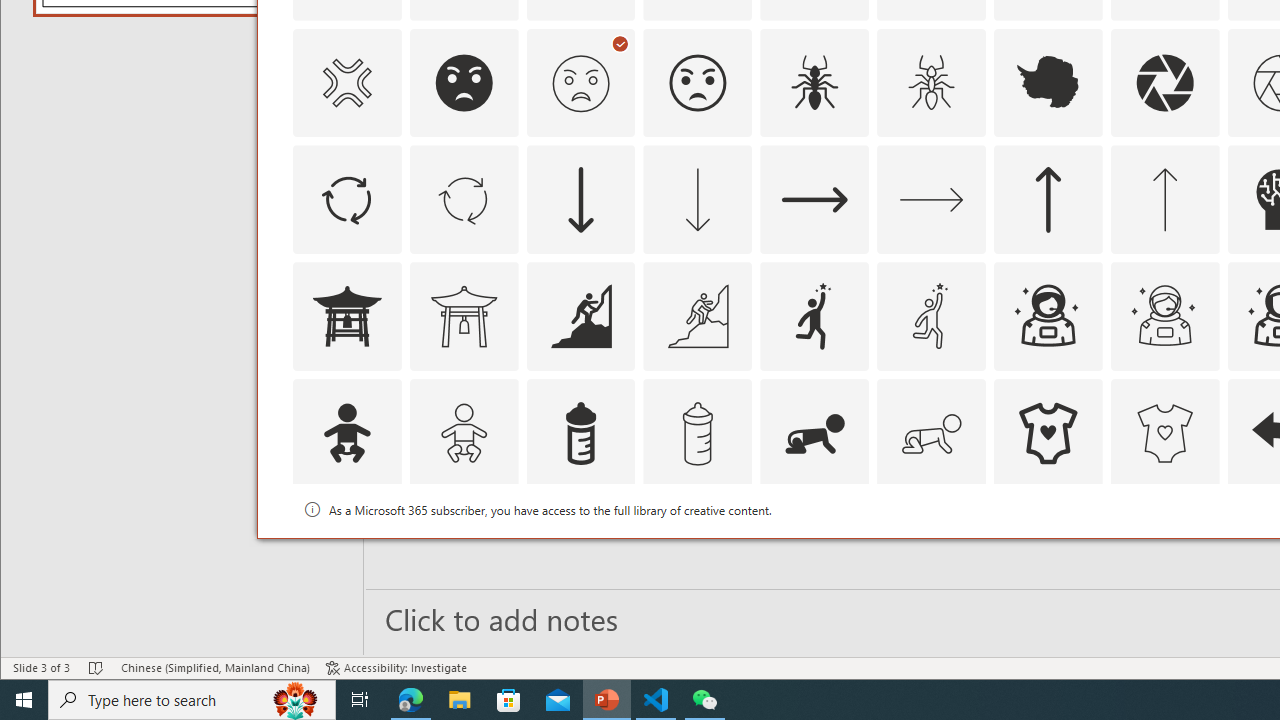 The image size is (1280, 720). I want to click on 'AutomationID: Icons_Ant', so click(815, 81).